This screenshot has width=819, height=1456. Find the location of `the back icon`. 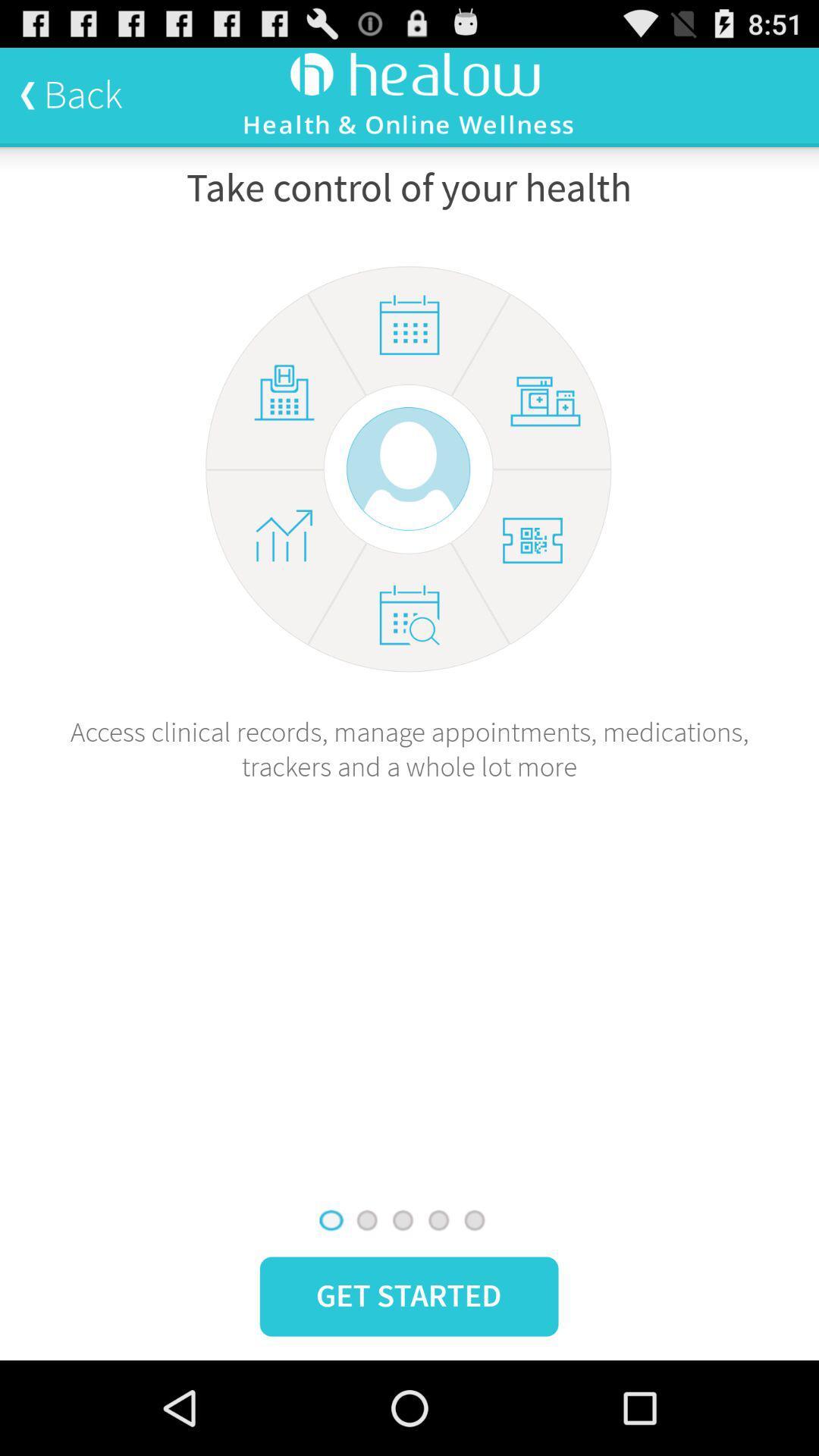

the back icon is located at coordinates (71, 94).